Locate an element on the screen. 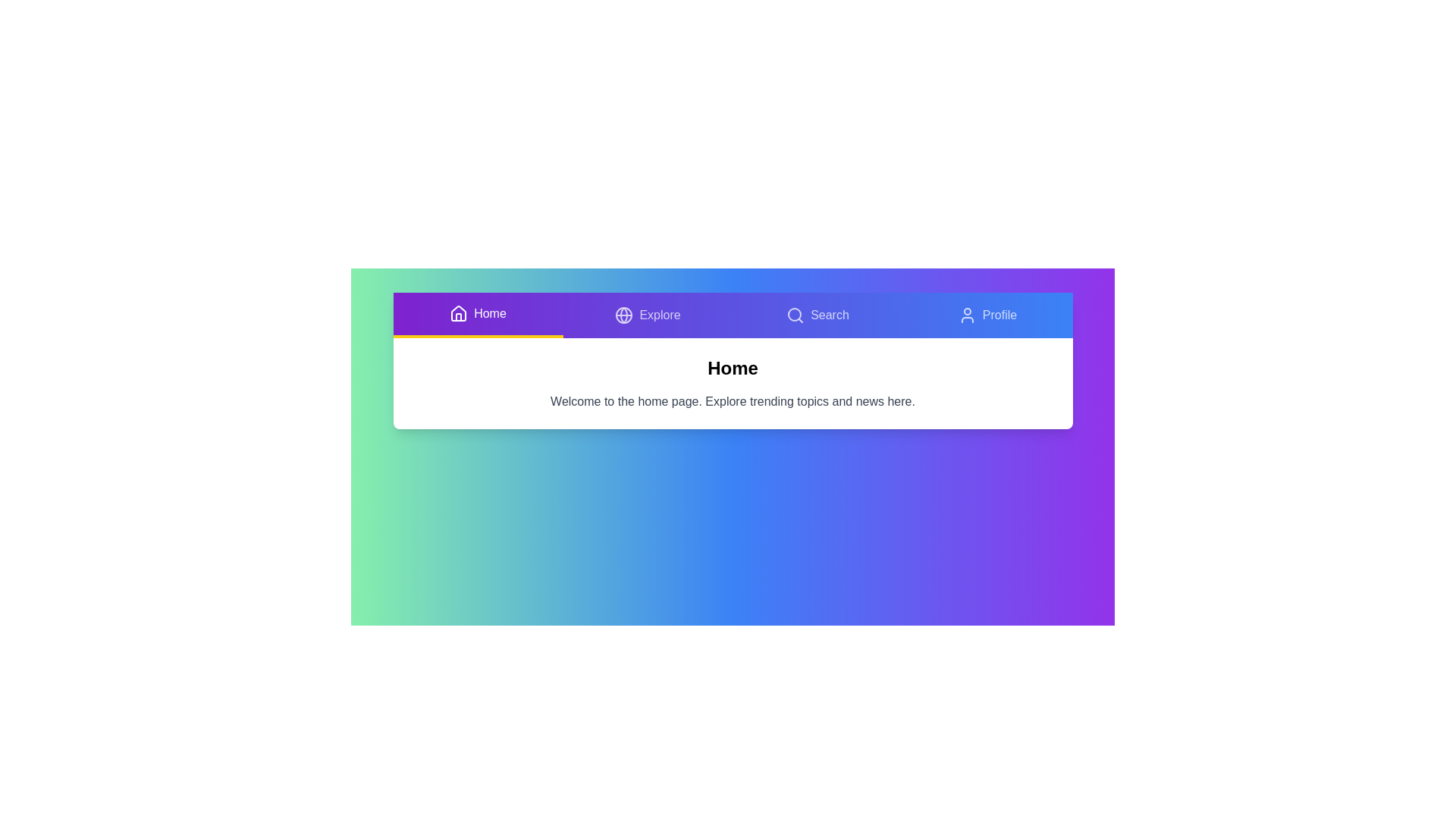 The width and height of the screenshot is (1456, 819). the tab labeled Home is located at coordinates (477, 315).